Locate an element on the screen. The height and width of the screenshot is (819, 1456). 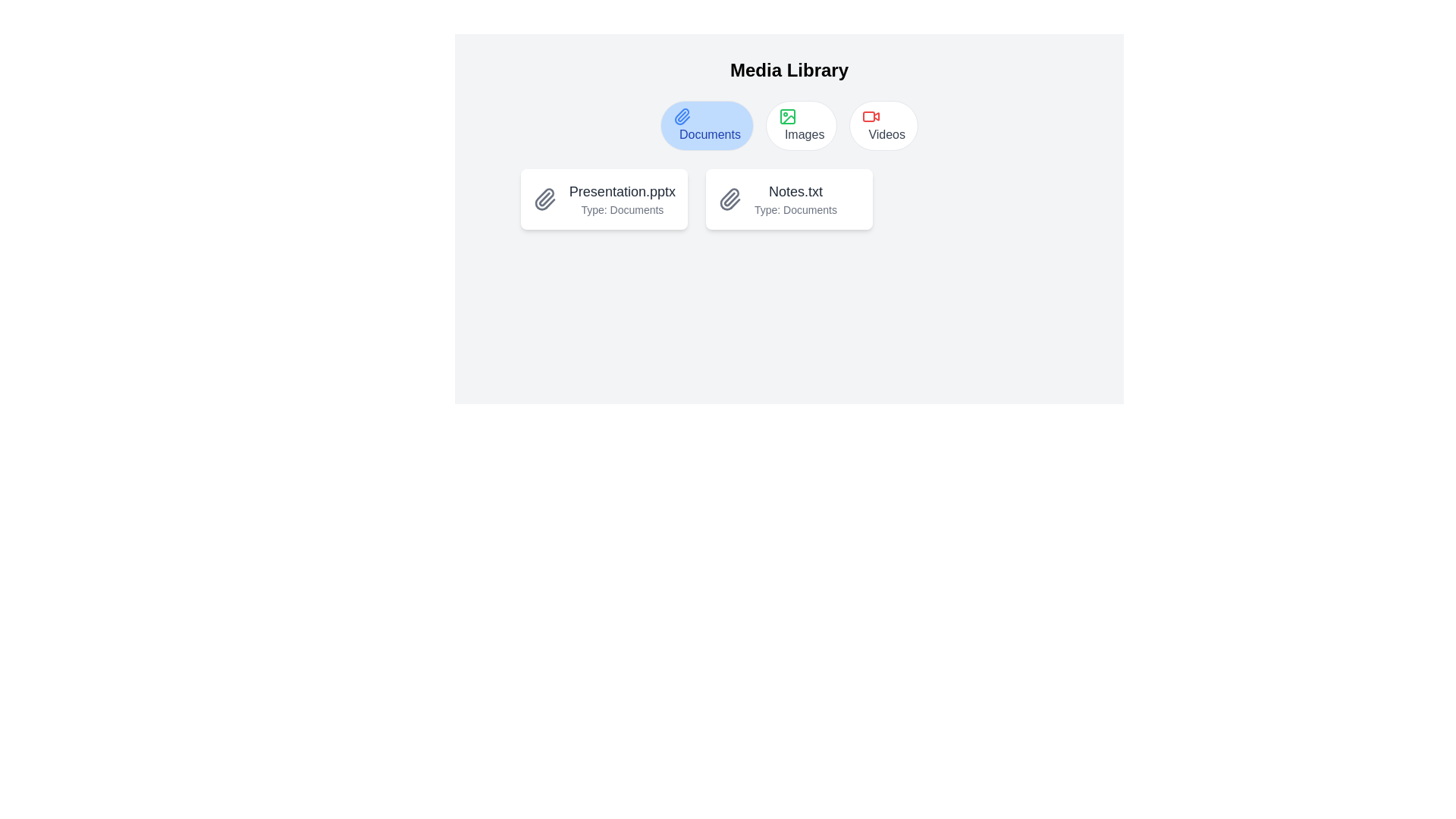
the bold text label that reads 'Media Library', which is styled with a large font size and positioned at the top center of the interface is located at coordinates (789, 70).